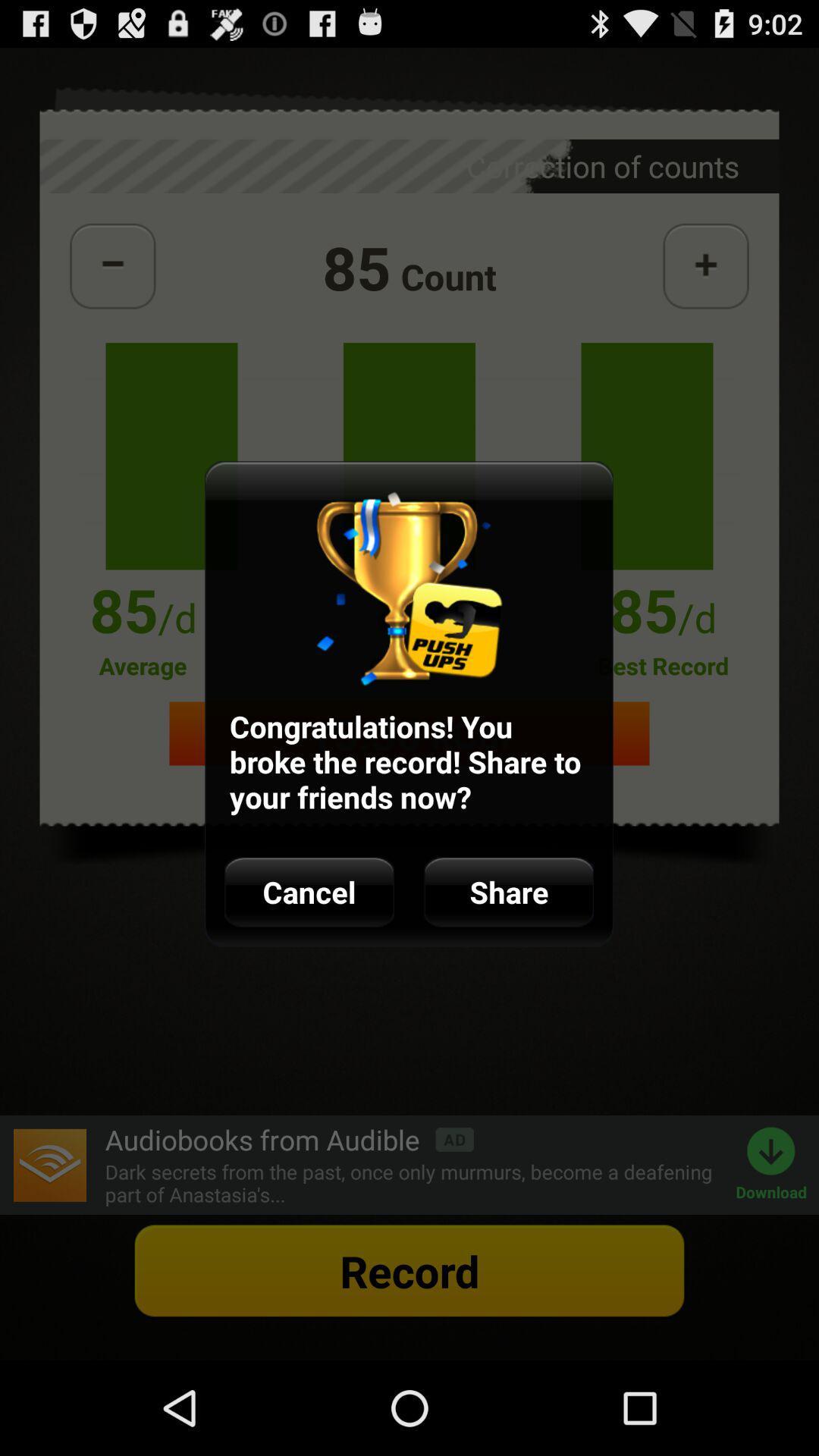  What do you see at coordinates (309, 892) in the screenshot?
I see `the item to the left of the share icon` at bounding box center [309, 892].